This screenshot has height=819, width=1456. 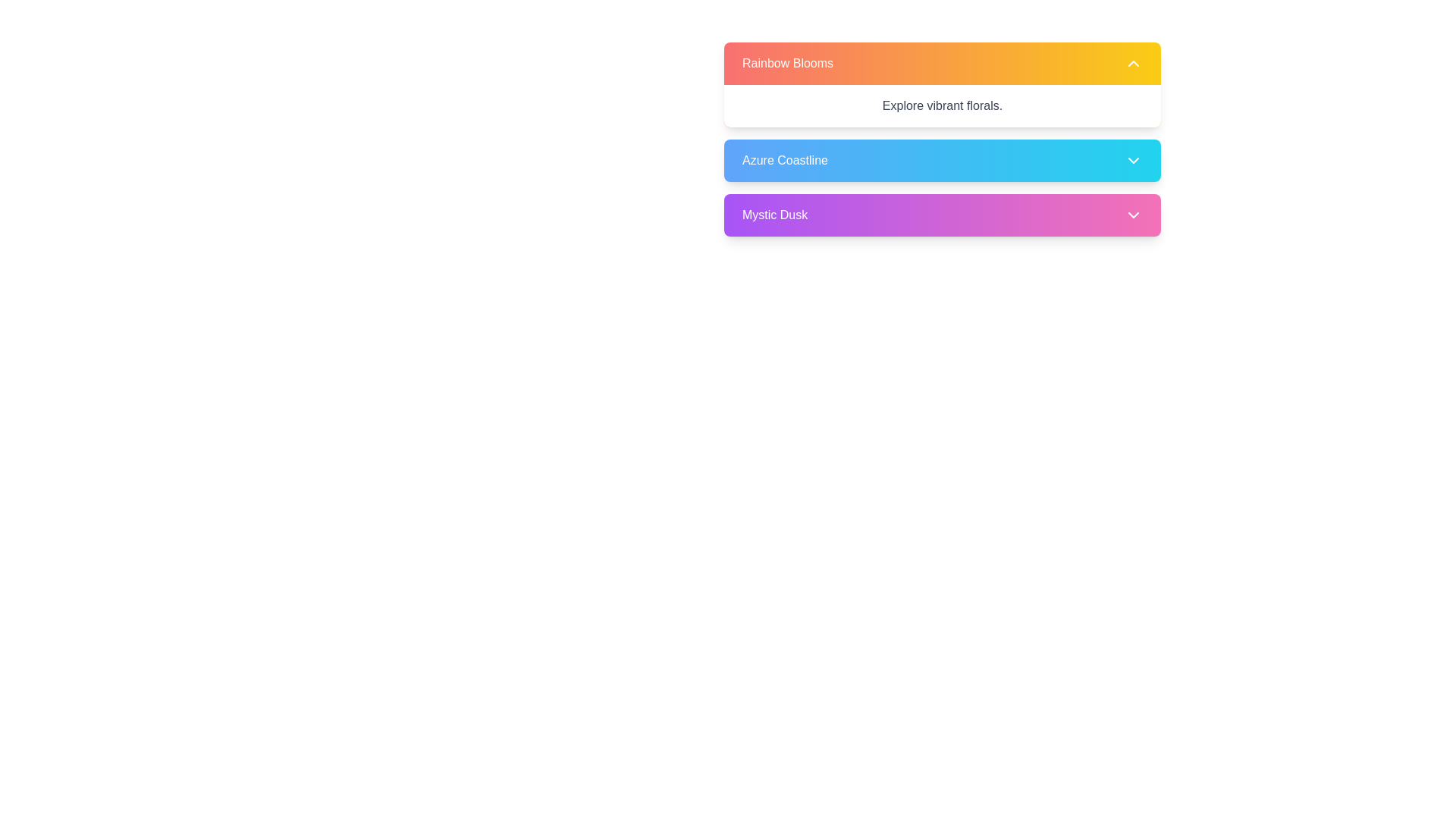 What do you see at coordinates (1133, 63) in the screenshot?
I see `the downward-facing chevron icon button styled with a solid white color and outlined in a yellow background, located at the rightmost side of the 'Rainbow Blooms' header` at bounding box center [1133, 63].